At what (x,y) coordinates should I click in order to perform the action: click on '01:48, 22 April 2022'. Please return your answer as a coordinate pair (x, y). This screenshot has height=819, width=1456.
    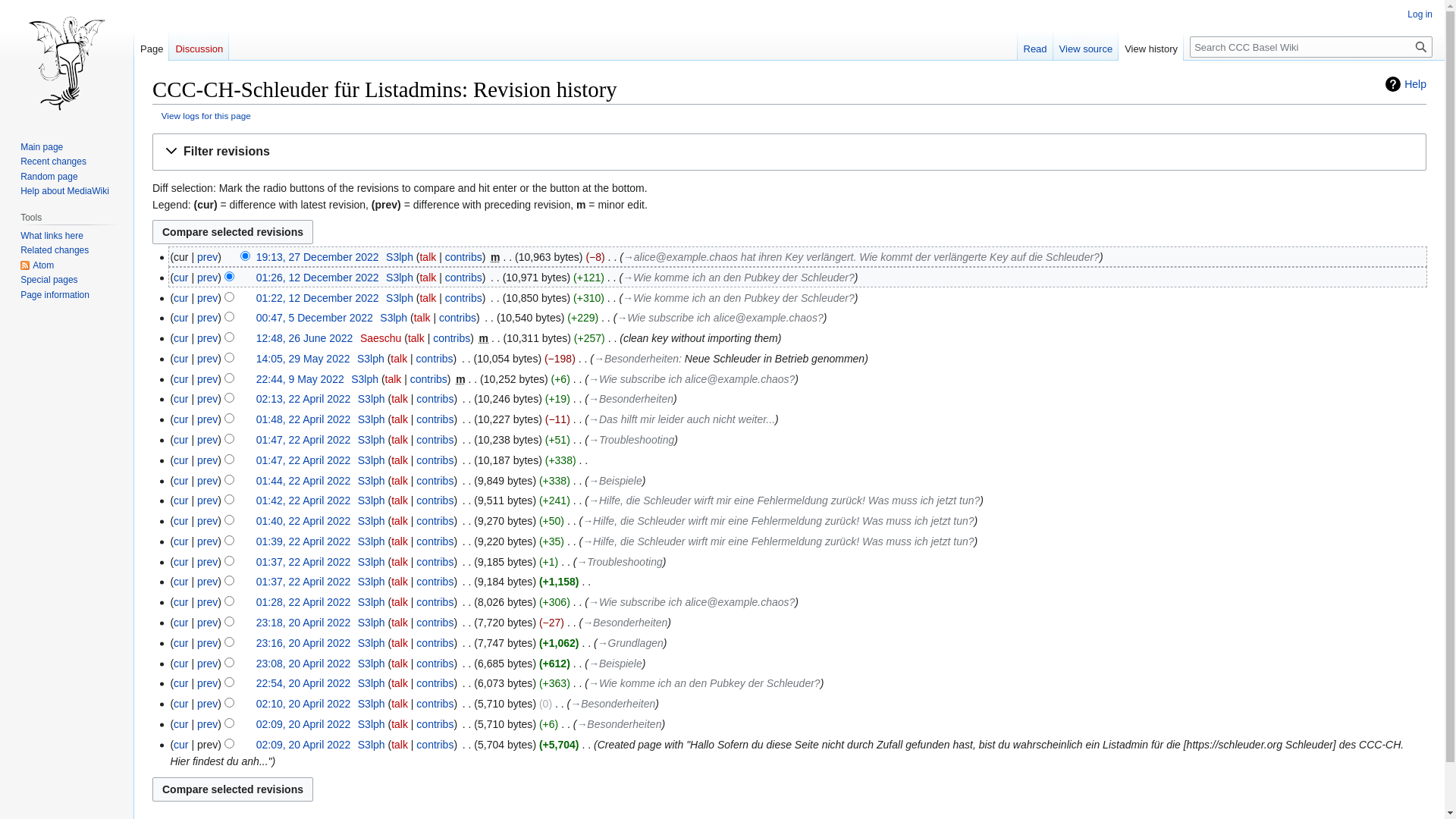
    Looking at the image, I should click on (303, 419).